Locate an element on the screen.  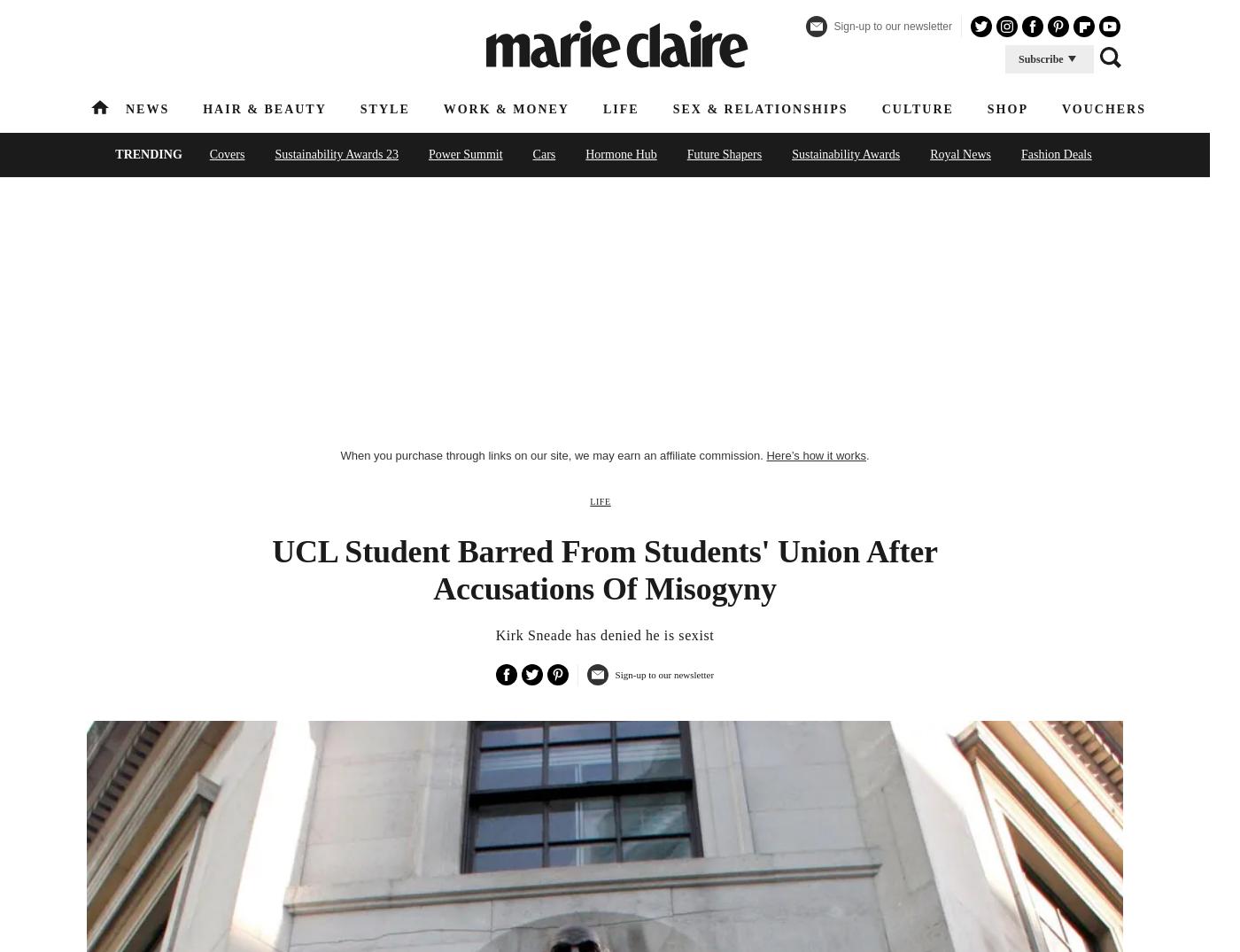
'Royal News' is located at coordinates (960, 154).